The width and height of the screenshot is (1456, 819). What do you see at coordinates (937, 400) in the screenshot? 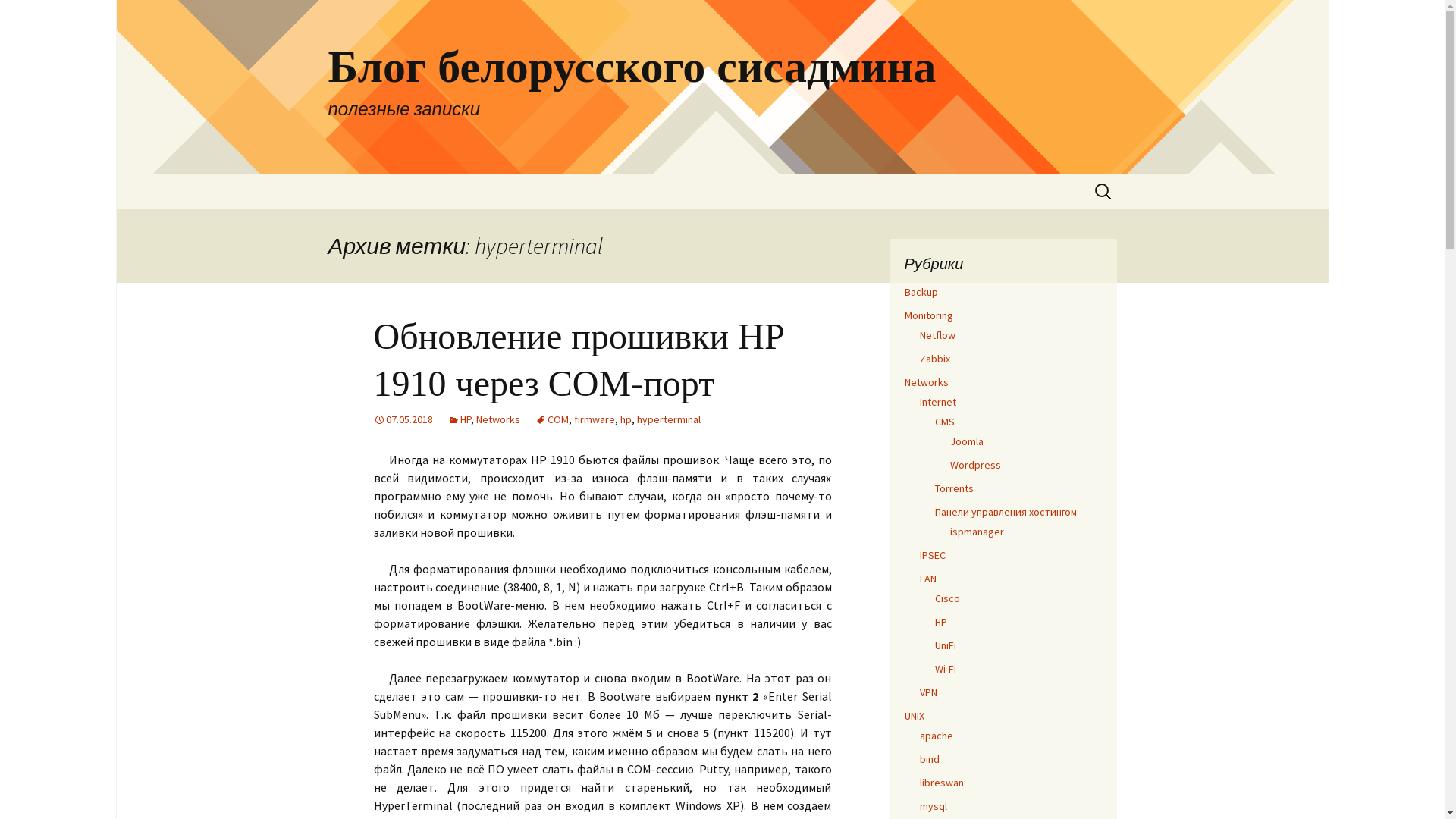
I see `'Internet'` at bounding box center [937, 400].